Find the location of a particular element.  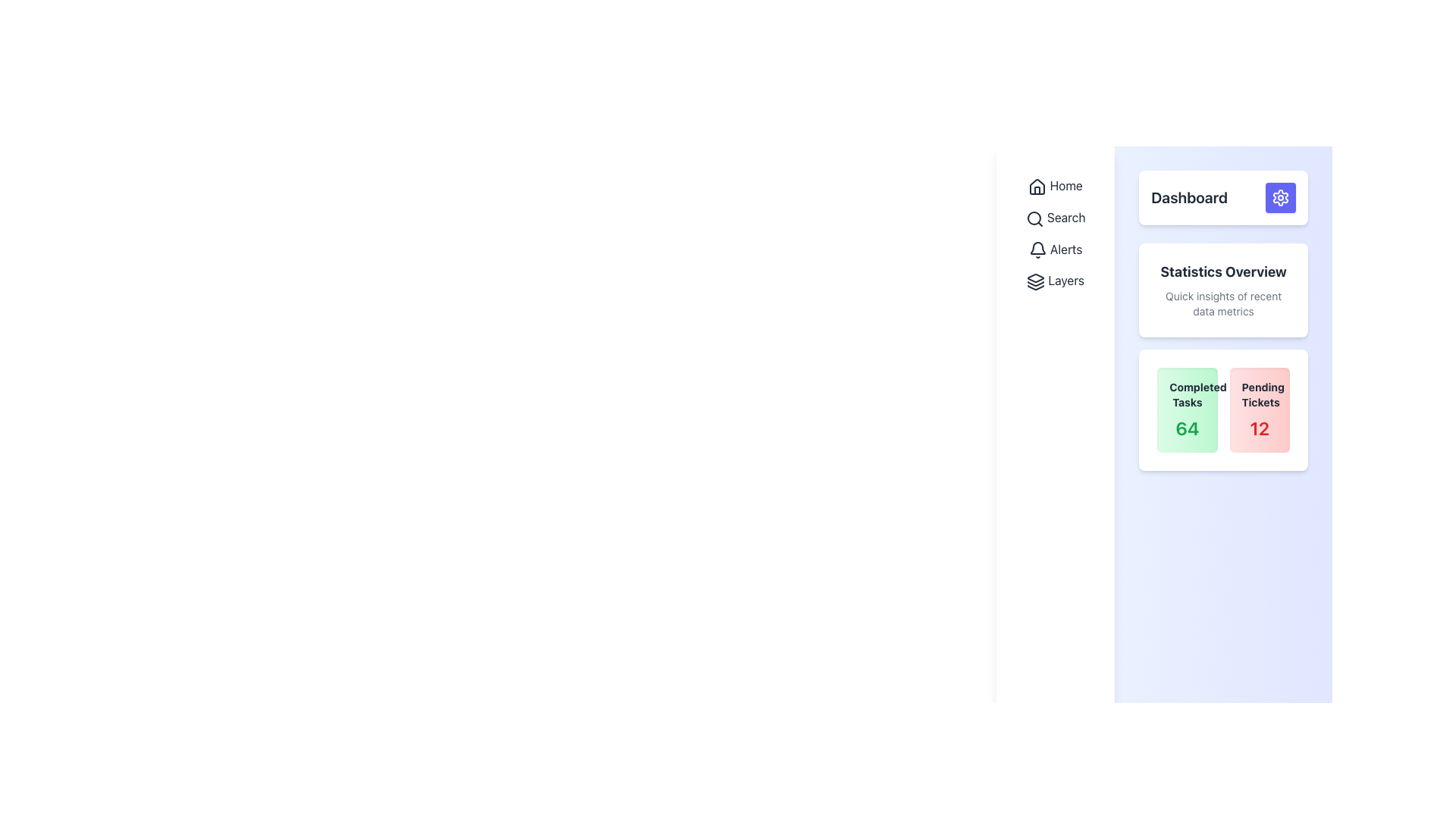

the informational block displaying the count of pending tickets, which shows '12', located in the lower right section of the layout is located at coordinates (1260, 409).